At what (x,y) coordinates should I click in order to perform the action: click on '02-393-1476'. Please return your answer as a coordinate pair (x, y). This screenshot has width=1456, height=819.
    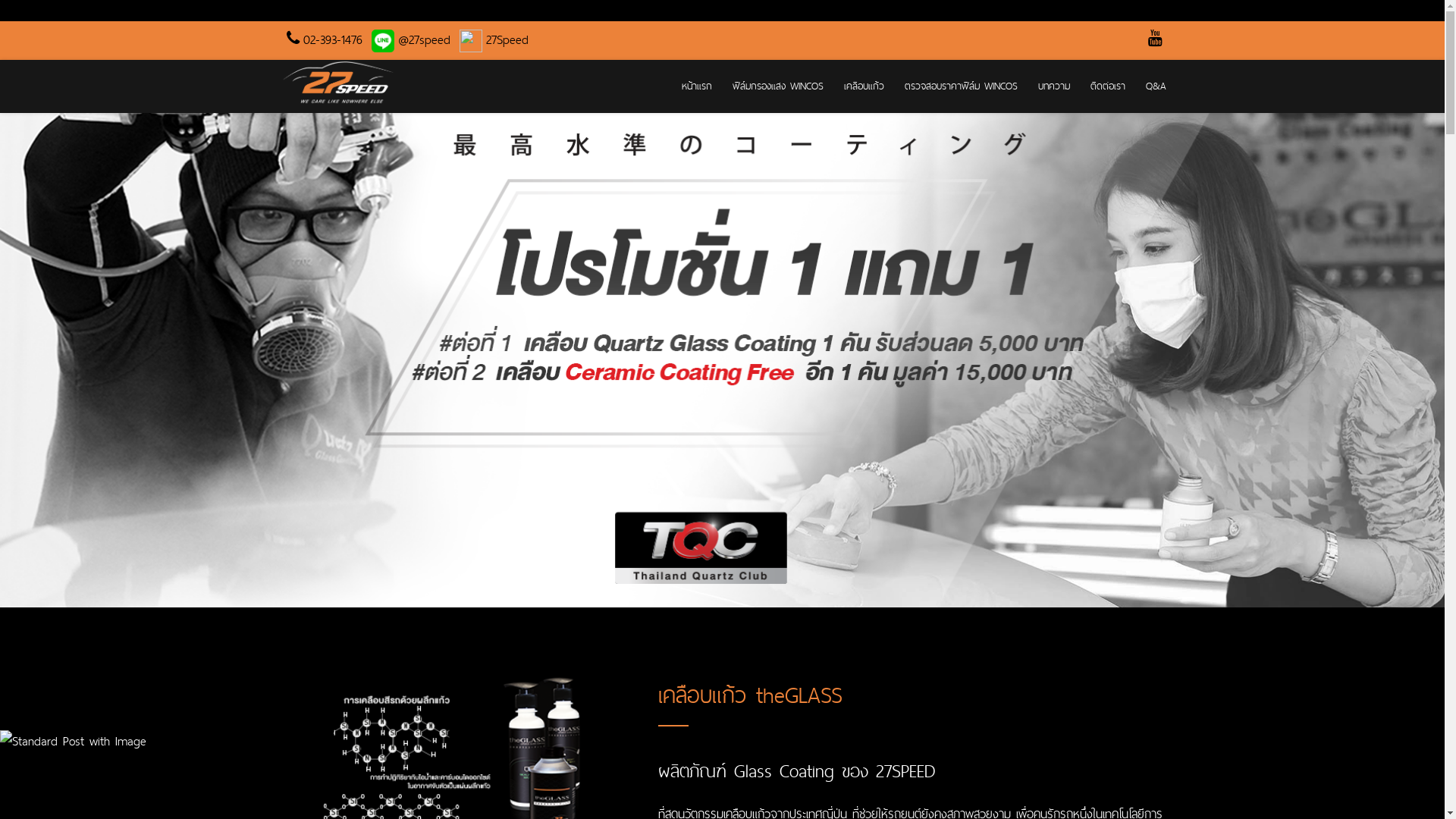
    Looking at the image, I should click on (319, 38).